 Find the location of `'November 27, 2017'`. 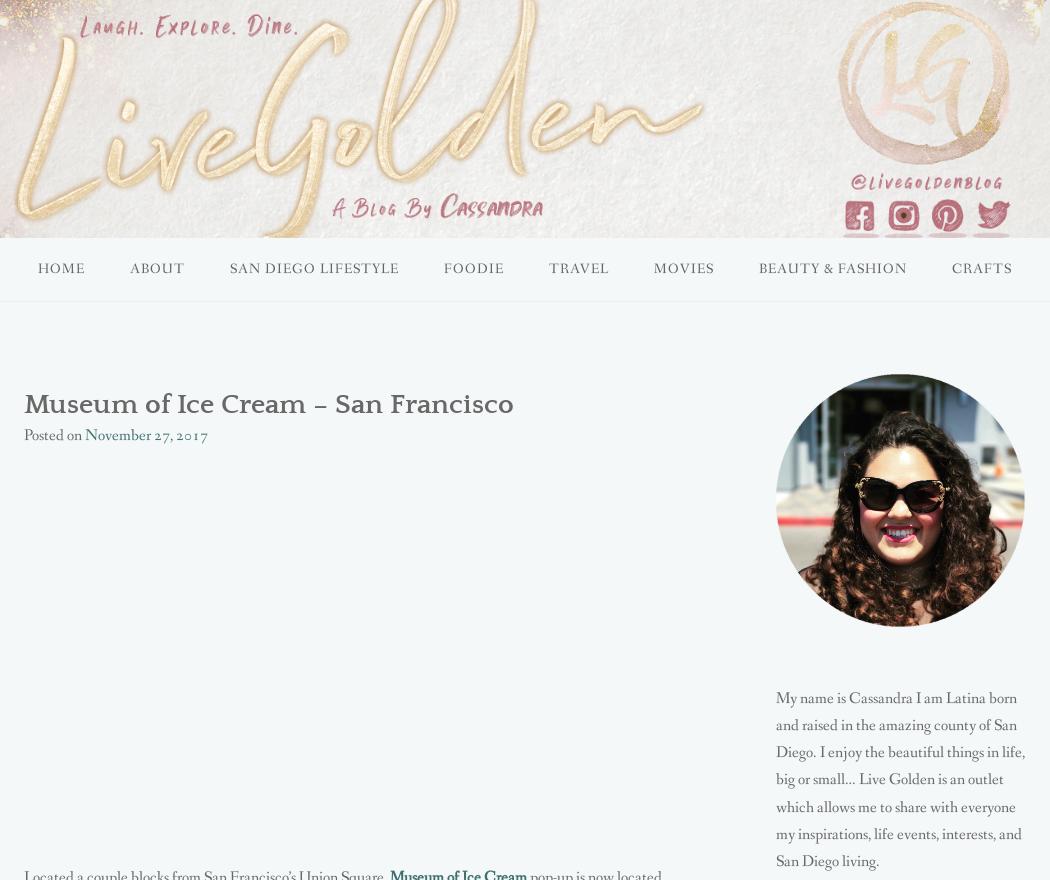

'November 27, 2017' is located at coordinates (85, 434).